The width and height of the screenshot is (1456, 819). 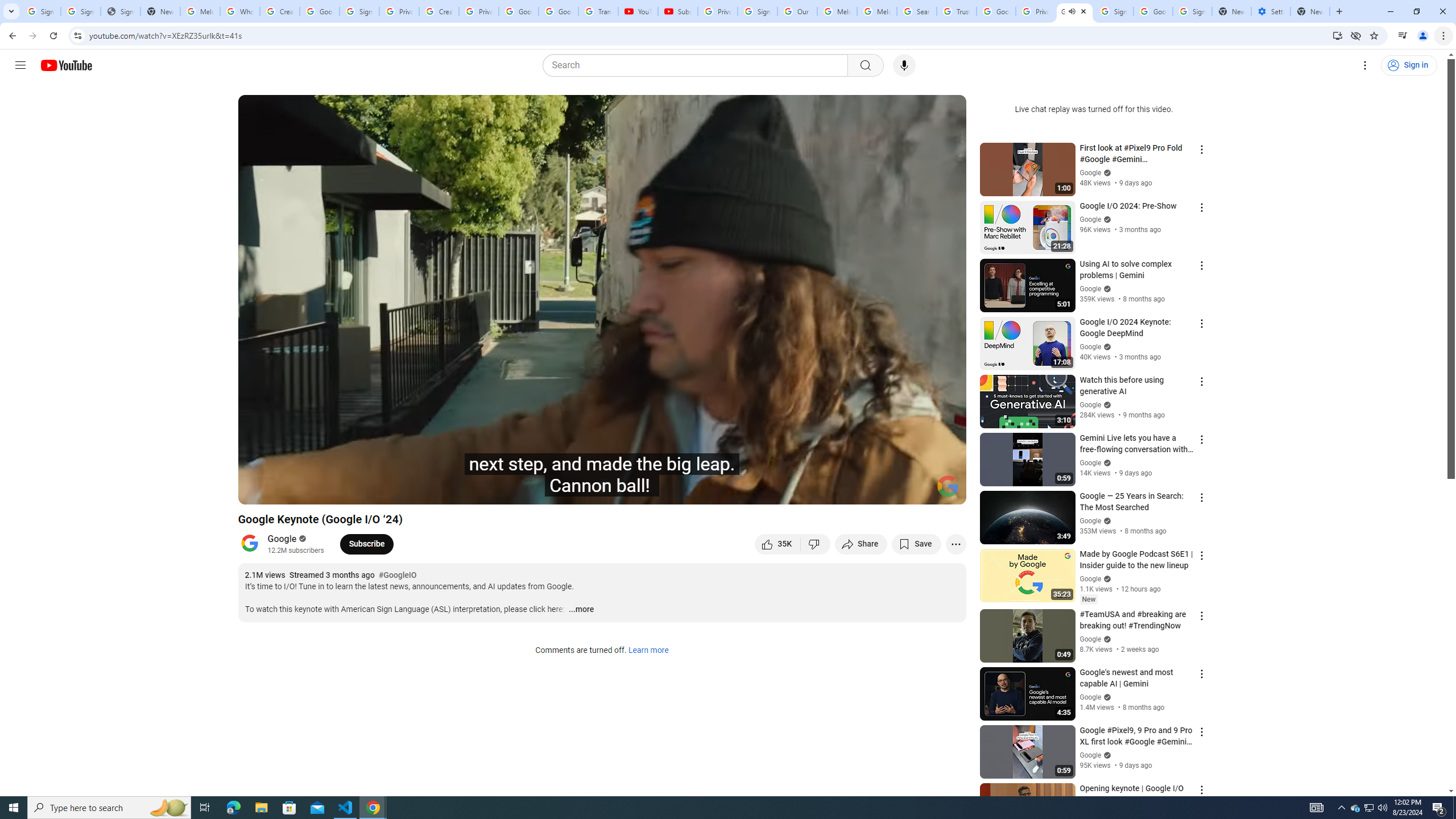 I want to click on 'Guide', so click(x=19, y=65).